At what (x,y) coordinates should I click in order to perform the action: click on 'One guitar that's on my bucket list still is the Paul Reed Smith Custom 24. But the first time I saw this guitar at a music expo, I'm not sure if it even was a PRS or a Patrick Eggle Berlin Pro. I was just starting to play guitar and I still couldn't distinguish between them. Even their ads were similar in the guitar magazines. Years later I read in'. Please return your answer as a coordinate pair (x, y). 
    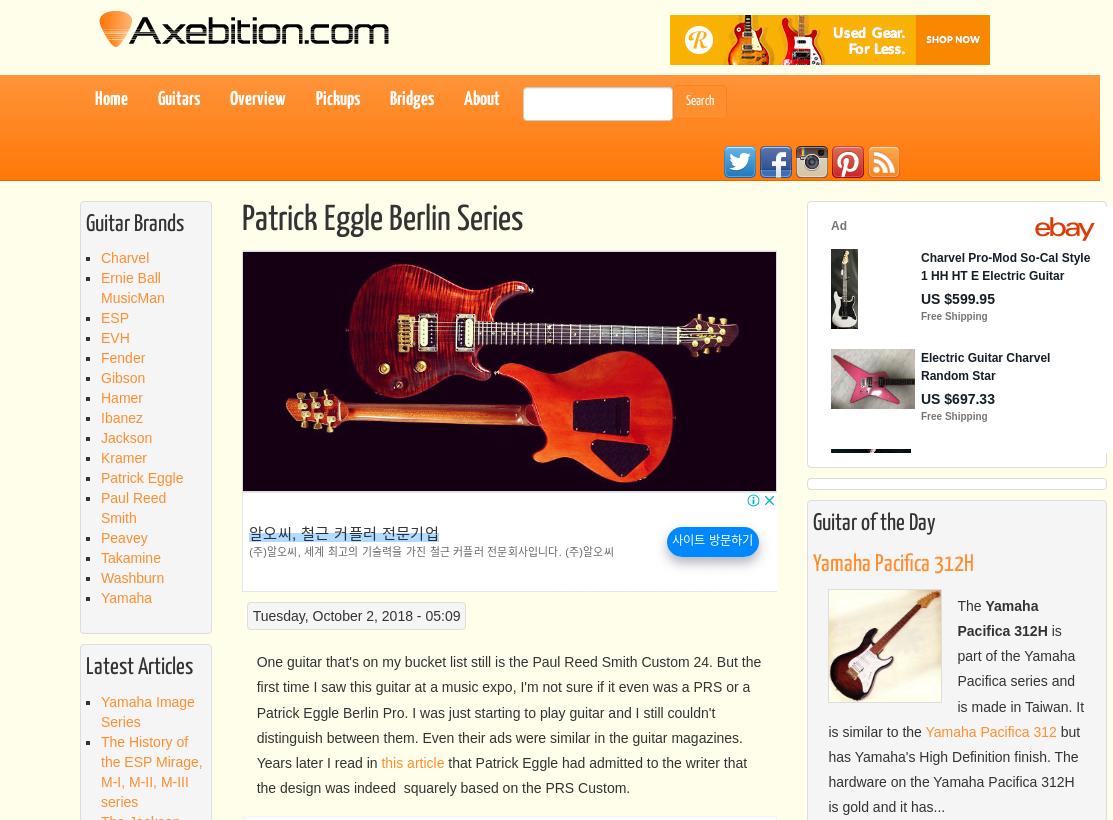
    Looking at the image, I should click on (508, 712).